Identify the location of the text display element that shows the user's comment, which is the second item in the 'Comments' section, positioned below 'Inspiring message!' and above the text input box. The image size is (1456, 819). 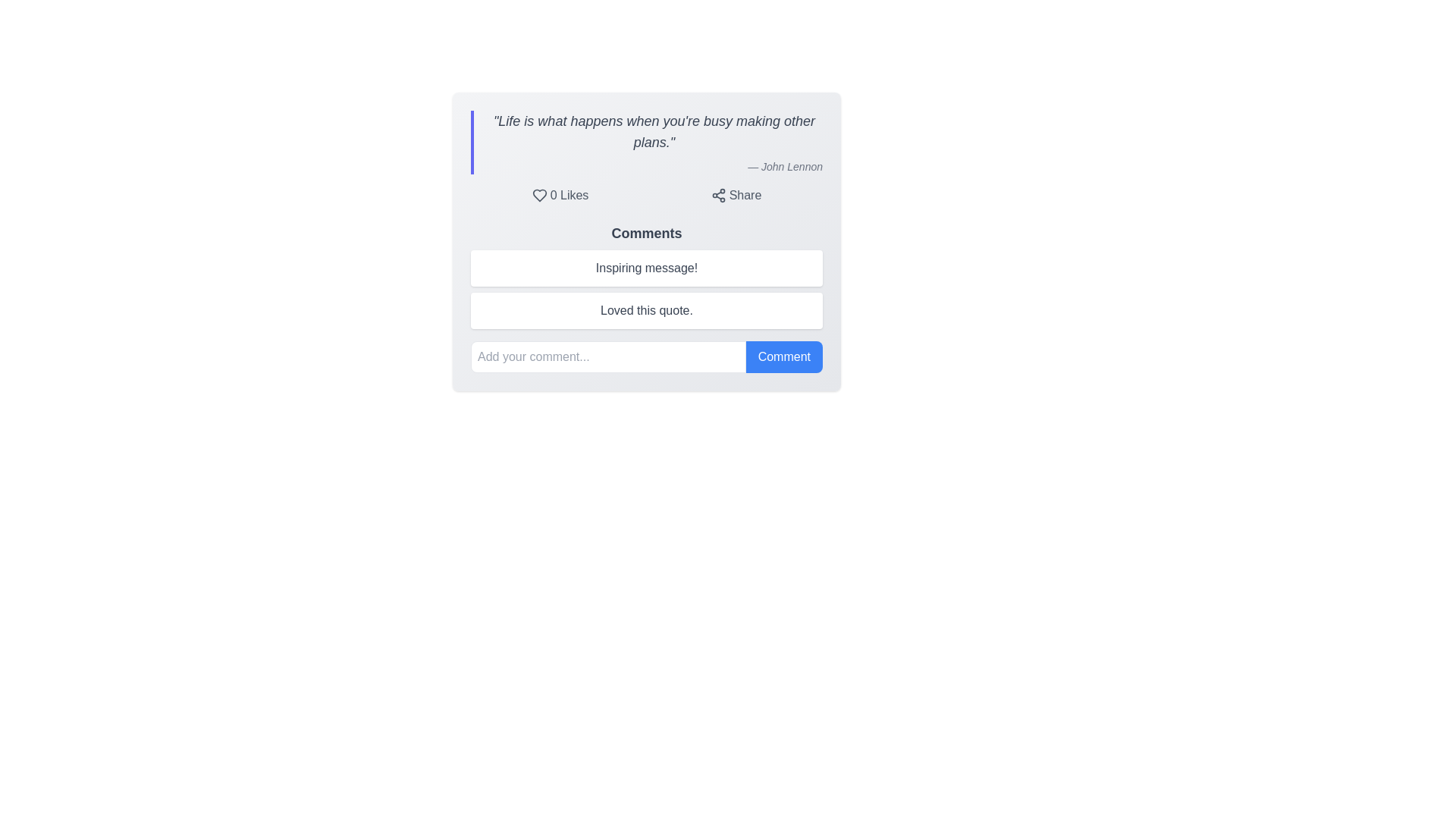
(647, 298).